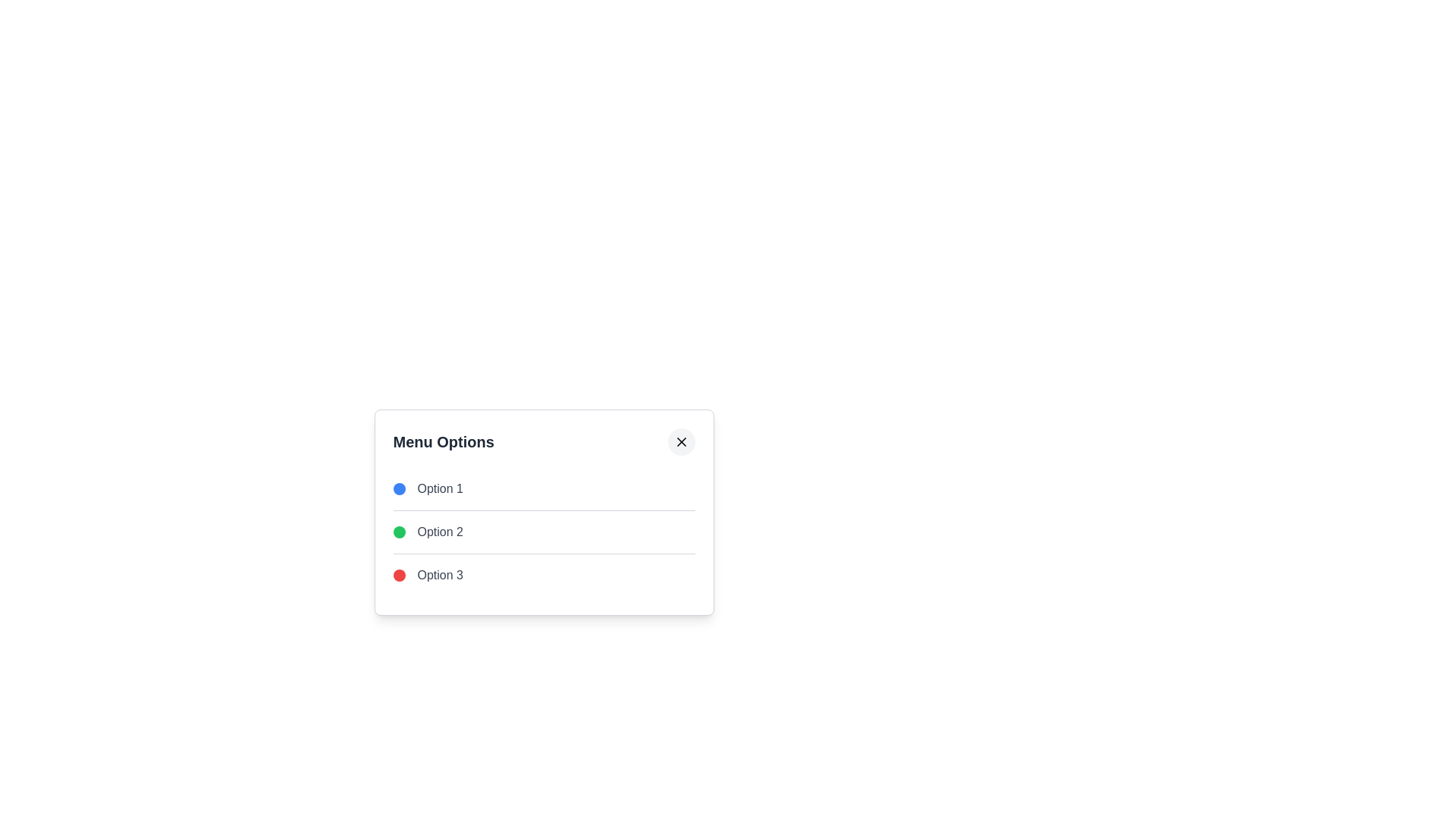  What do you see at coordinates (399, 576) in the screenshot?
I see `the visual indicator icon for 'Option 3'` at bounding box center [399, 576].